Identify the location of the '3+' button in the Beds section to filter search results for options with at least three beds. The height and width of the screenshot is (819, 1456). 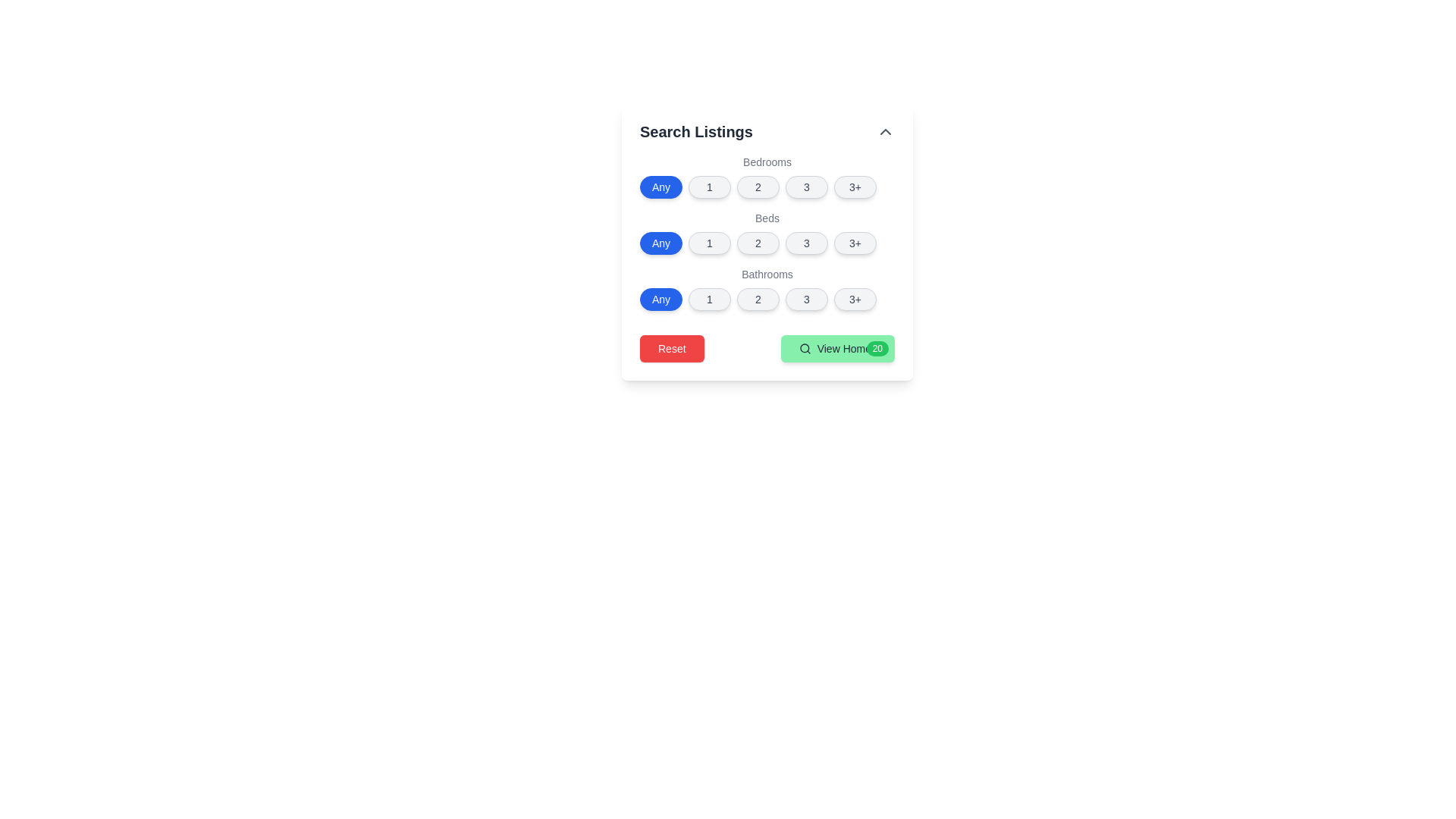
(855, 242).